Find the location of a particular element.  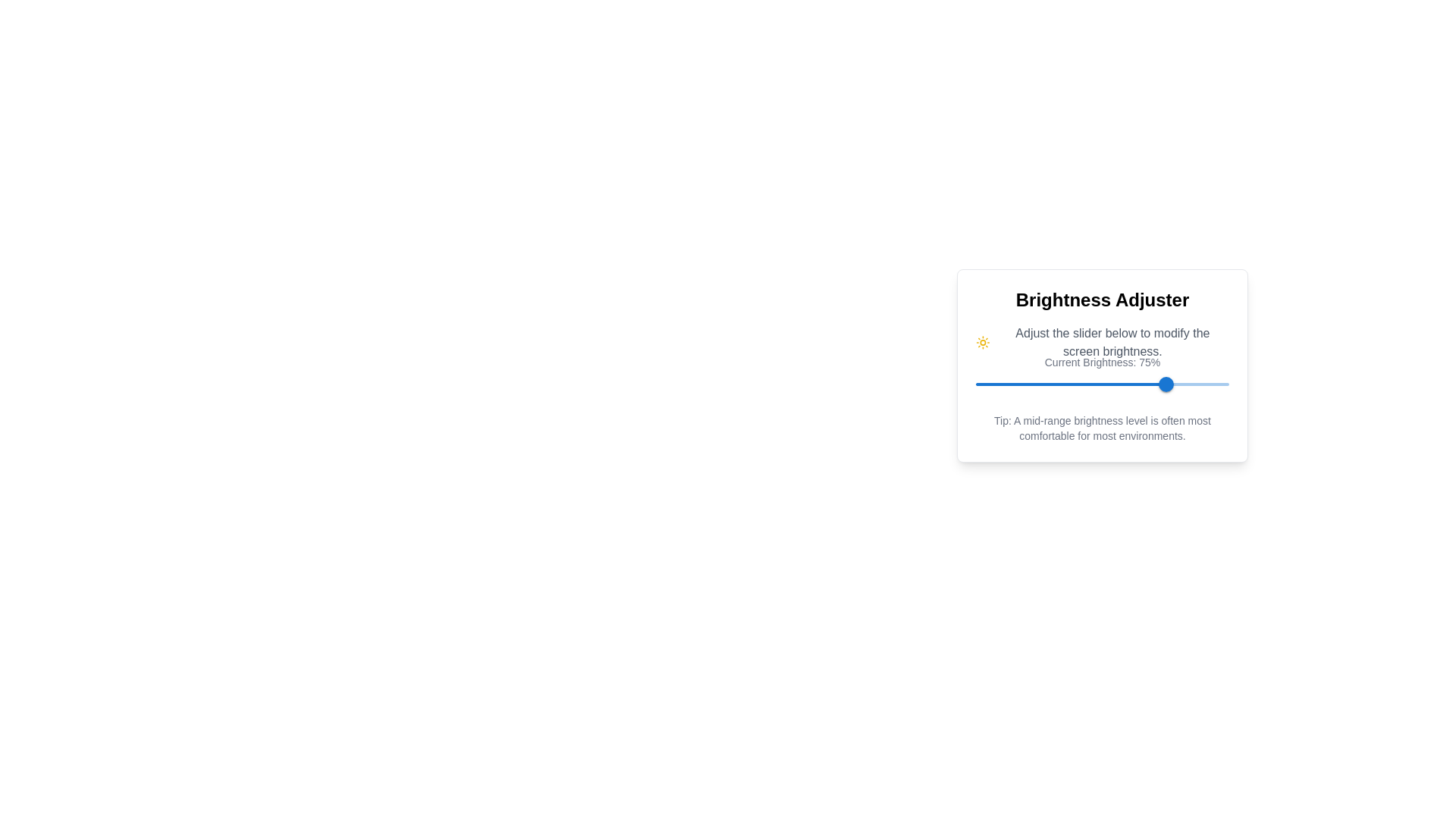

the slider thumb that allows users to adjust the brightness level, located beneath the label 'Current Brightness: 75%' is located at coordinates (1165, 383).